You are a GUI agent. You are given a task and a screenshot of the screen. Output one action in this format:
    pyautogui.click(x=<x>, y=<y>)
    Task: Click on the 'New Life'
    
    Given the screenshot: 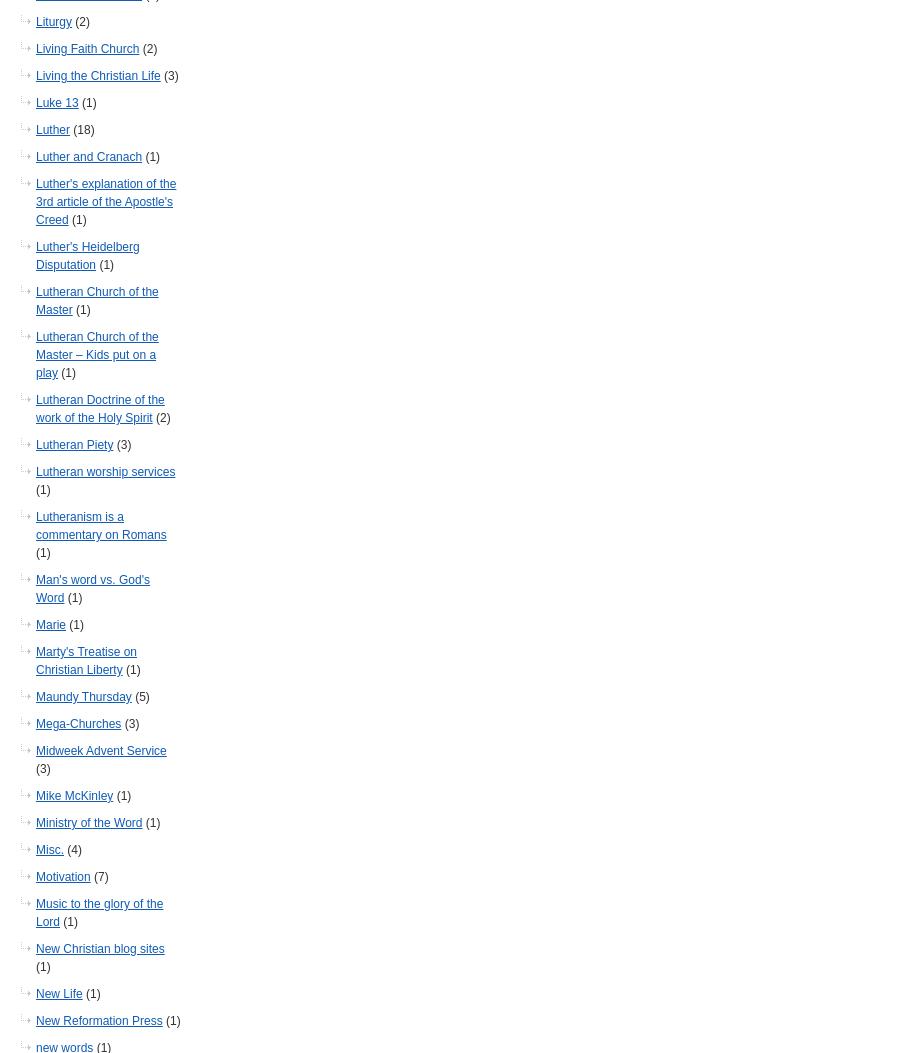 What is the action you would take?
    pyautogui.click(x=59, y=994)
    